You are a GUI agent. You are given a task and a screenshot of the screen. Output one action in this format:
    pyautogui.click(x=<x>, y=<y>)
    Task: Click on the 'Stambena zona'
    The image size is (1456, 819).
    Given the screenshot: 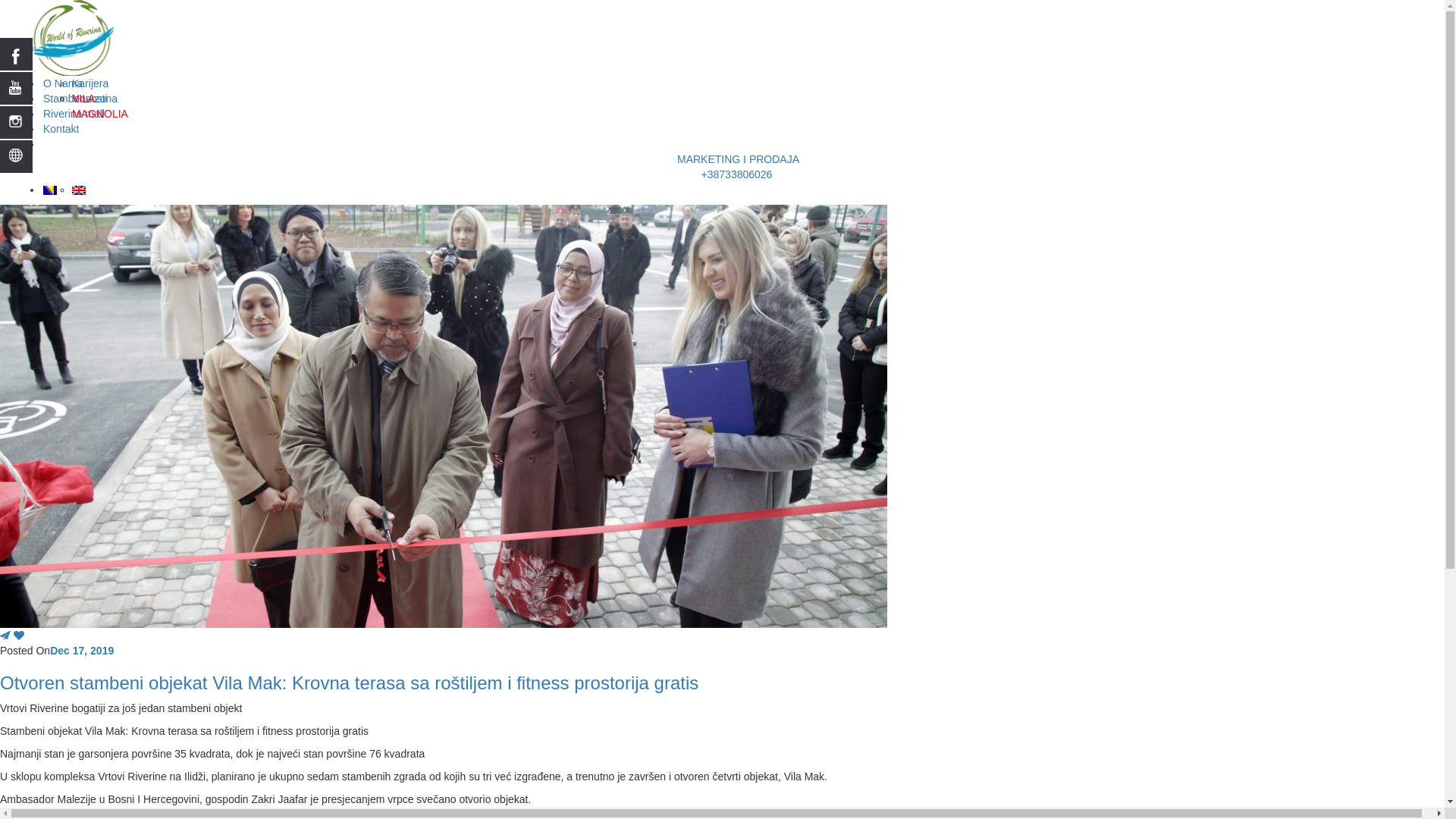 What is the action you would take?
    pyautogui.click(x=79, y=99)
    